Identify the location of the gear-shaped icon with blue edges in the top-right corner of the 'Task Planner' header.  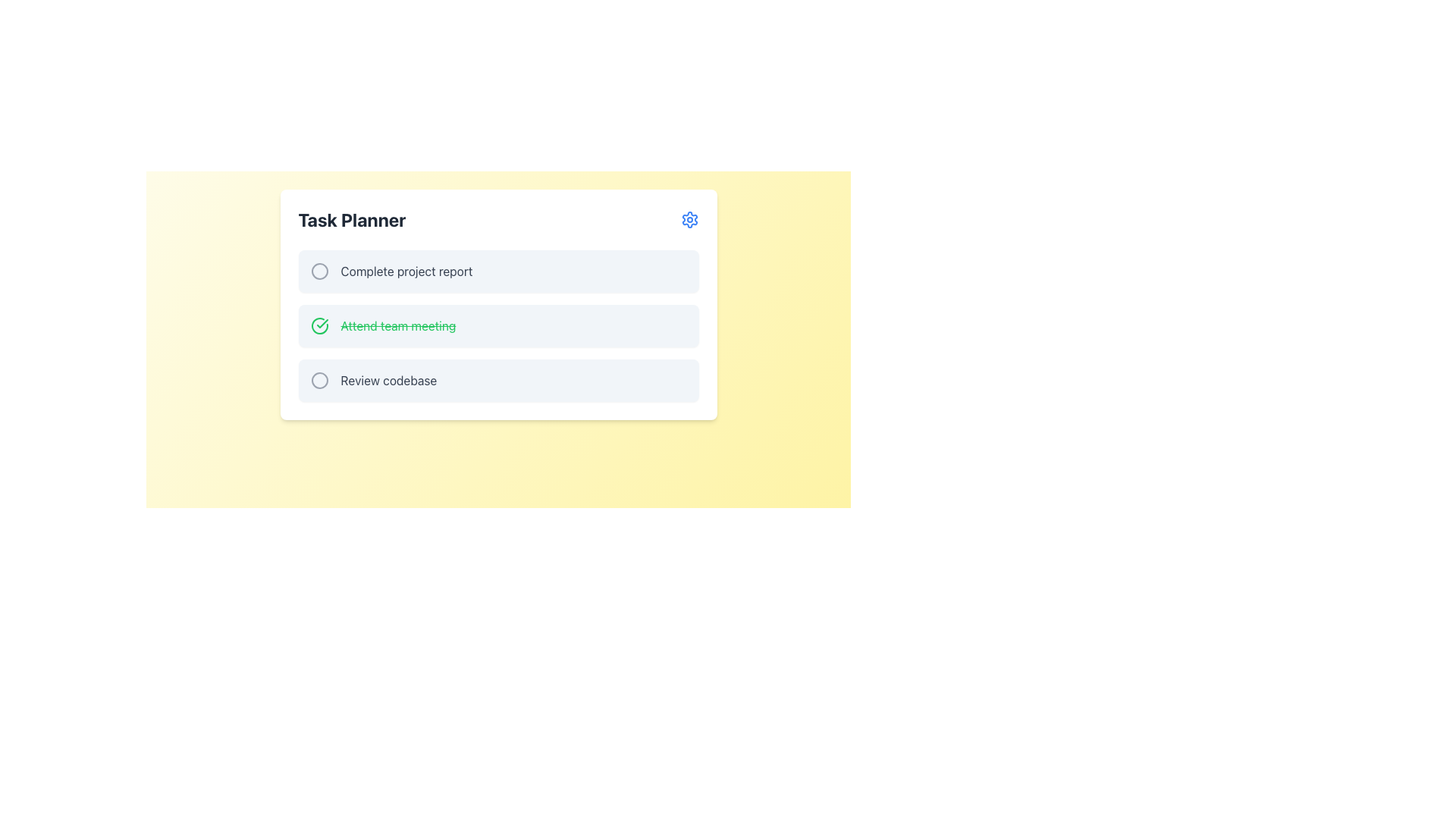
(689, 219).